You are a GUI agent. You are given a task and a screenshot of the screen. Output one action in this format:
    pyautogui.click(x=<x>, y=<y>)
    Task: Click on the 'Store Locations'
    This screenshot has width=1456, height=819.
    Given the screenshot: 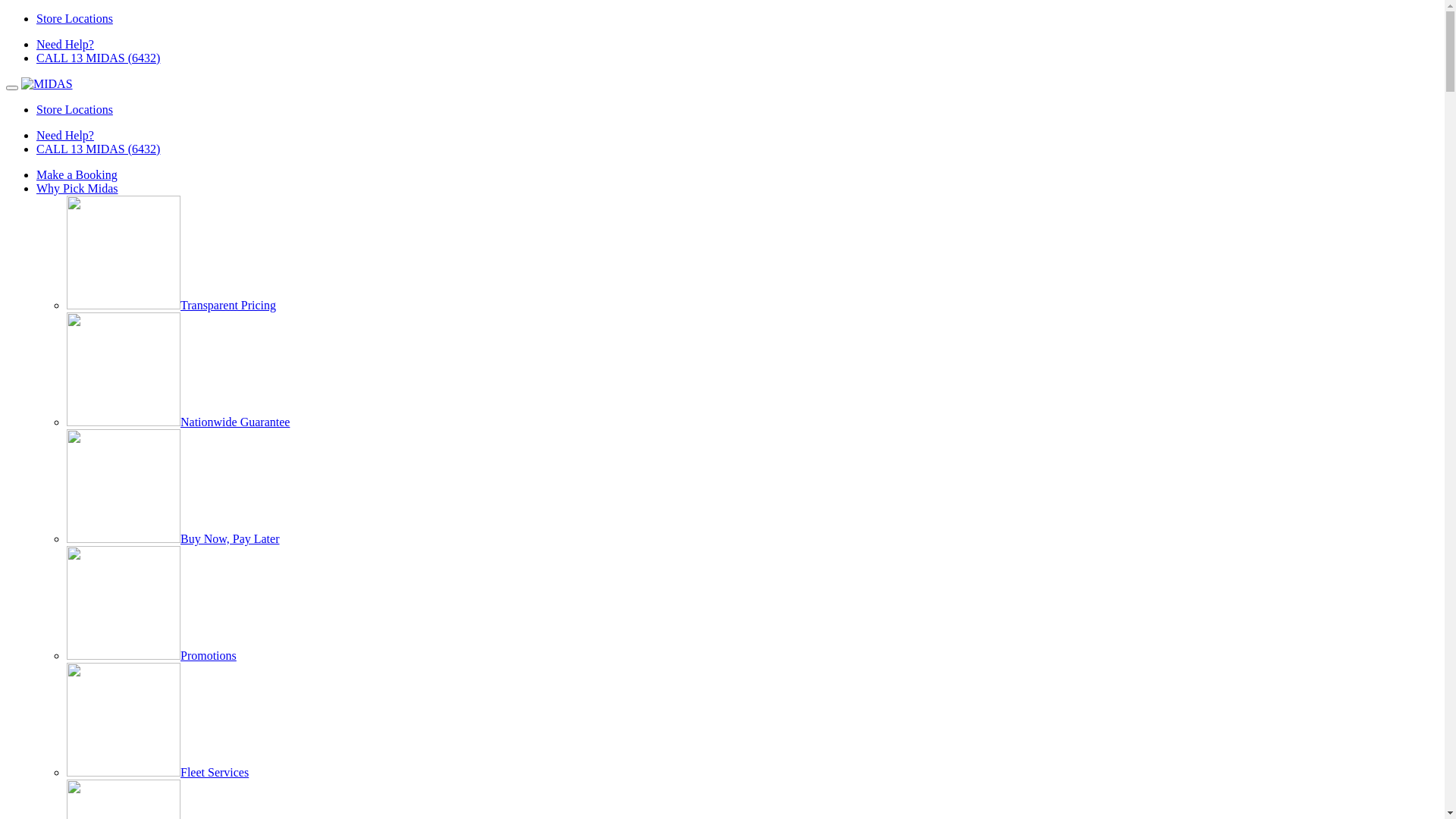 What is the action you would take?
    pyautogui.click(x=74, y=18)
    